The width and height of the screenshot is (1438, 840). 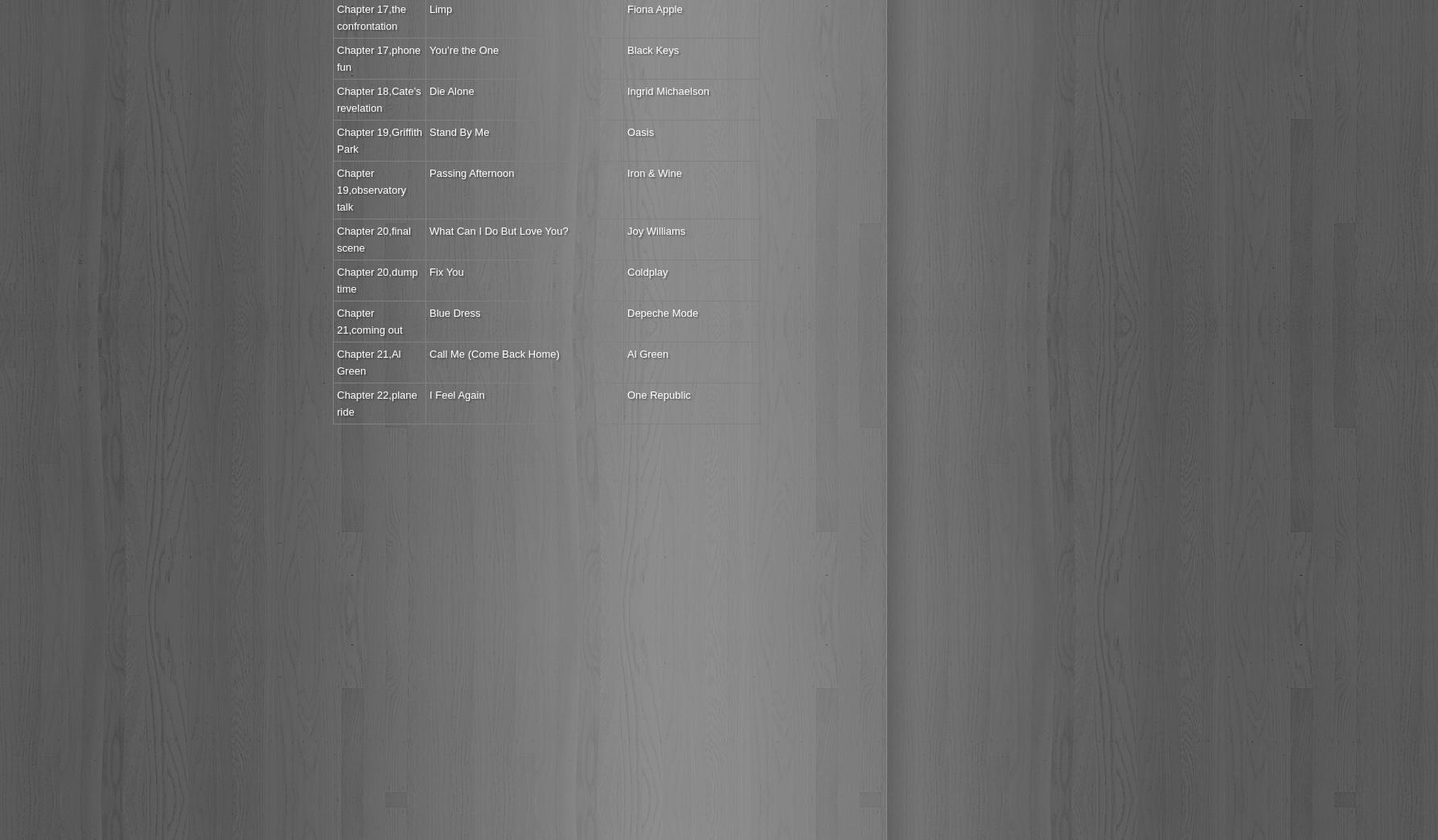 I want to click on 'Chapter 18,Cate’s revelation', so click(x=378, y=99).